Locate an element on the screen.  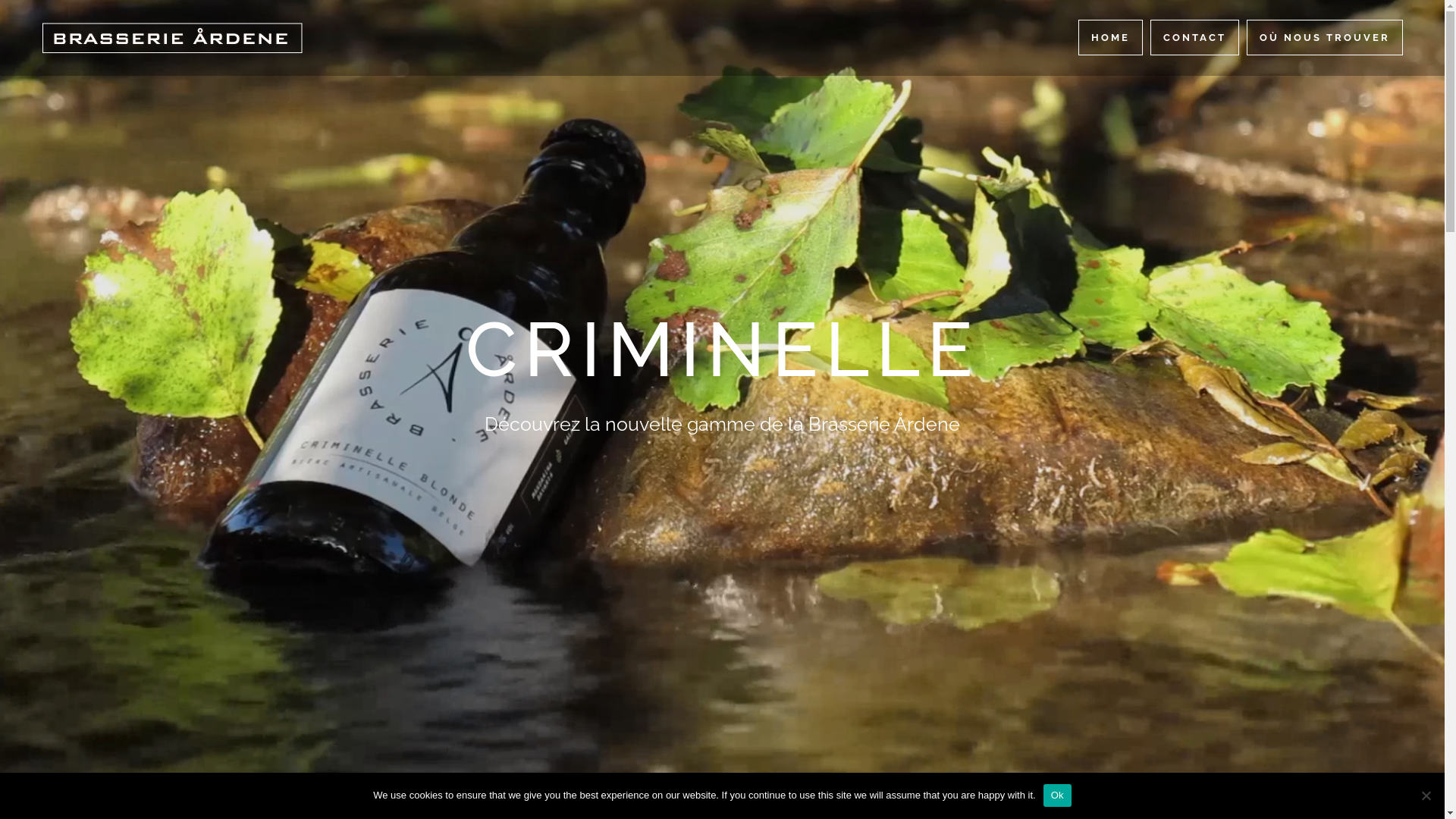
'Ok' is located at coordinates (1056, 795).